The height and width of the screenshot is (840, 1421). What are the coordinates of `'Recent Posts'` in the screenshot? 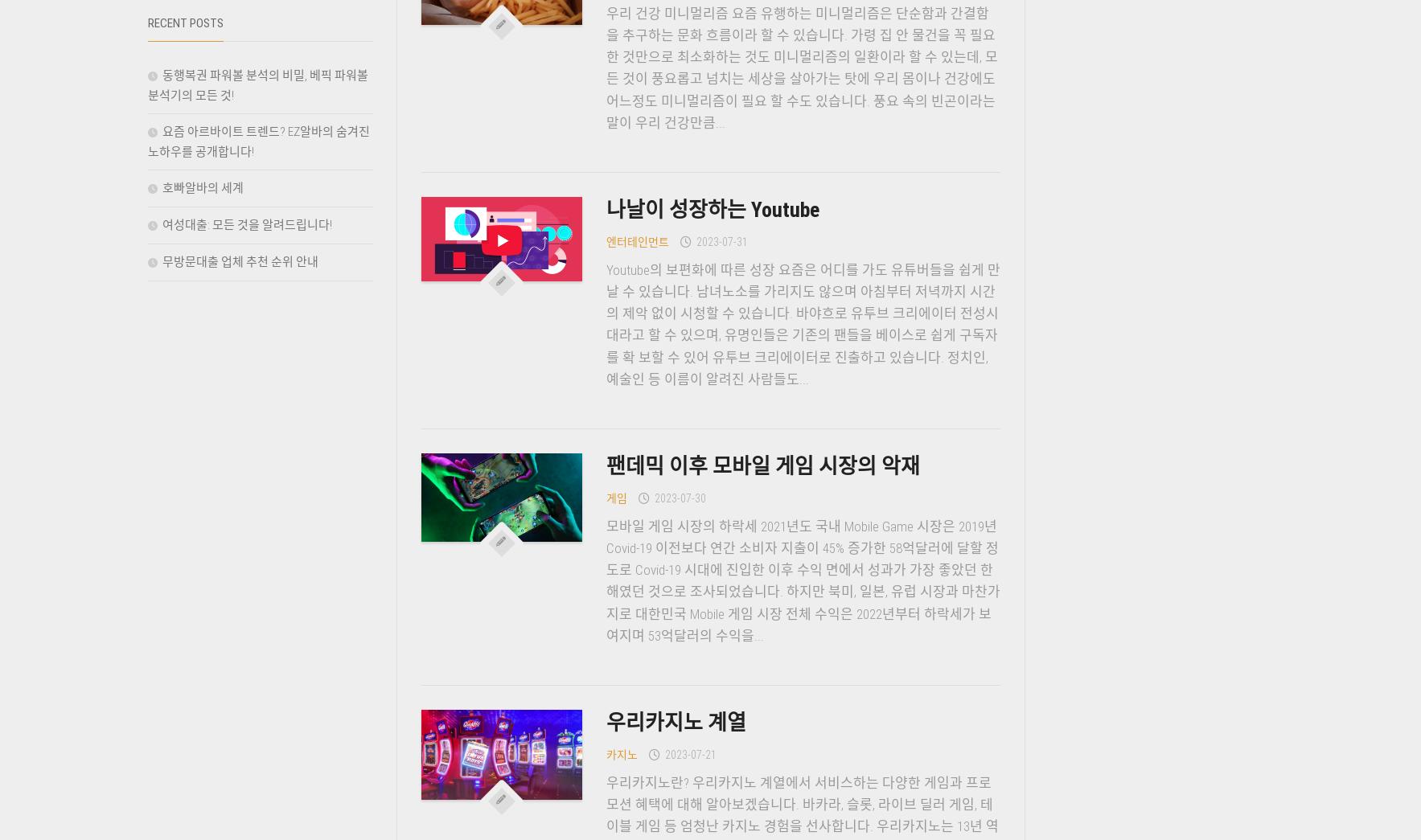 It's located at (184, 23).